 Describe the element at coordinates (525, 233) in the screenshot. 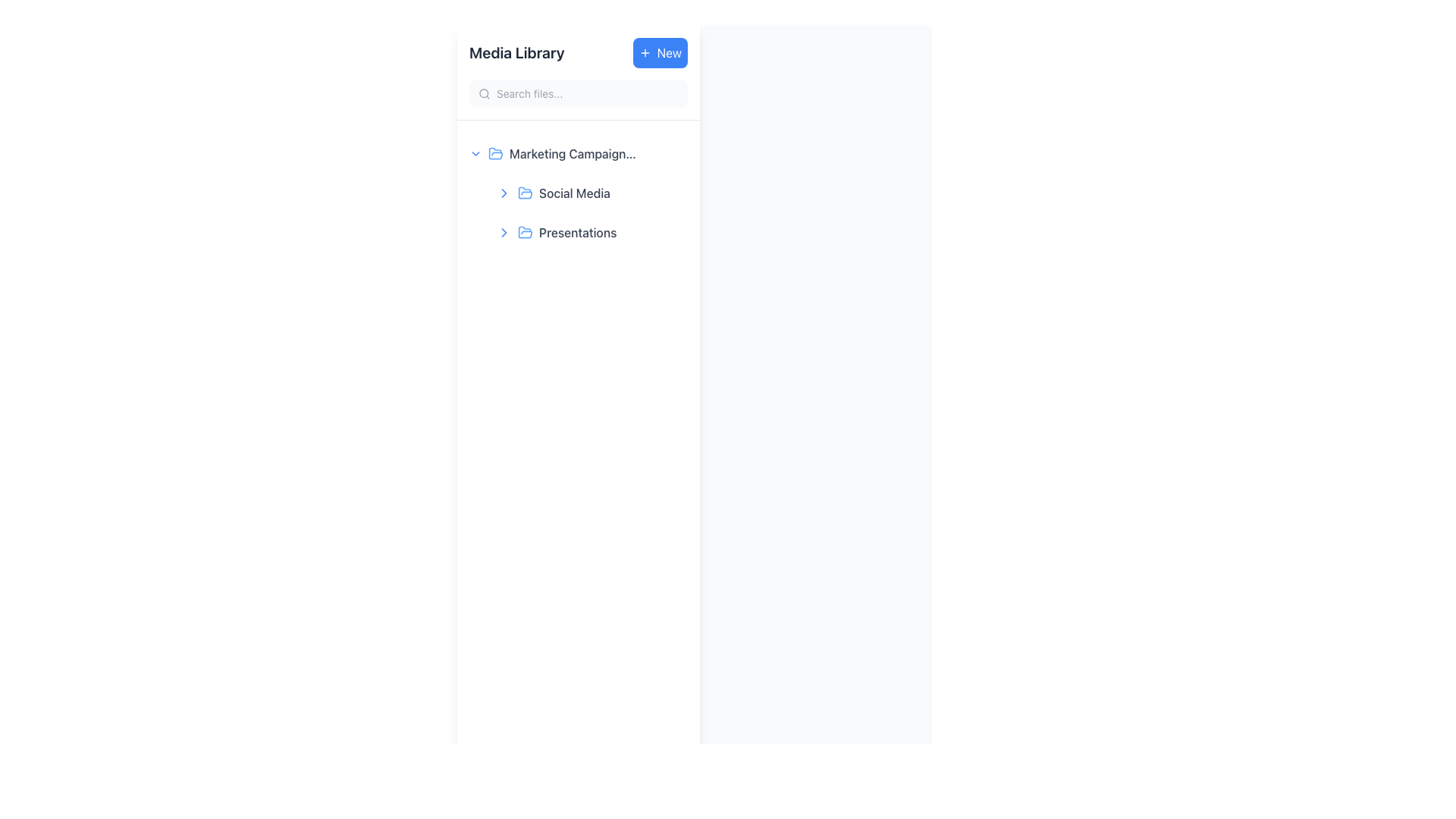

I see `the 'Presentations' folder icon, which visually represents the folder type and is located to the left of the text 'Presentations'` at that location.